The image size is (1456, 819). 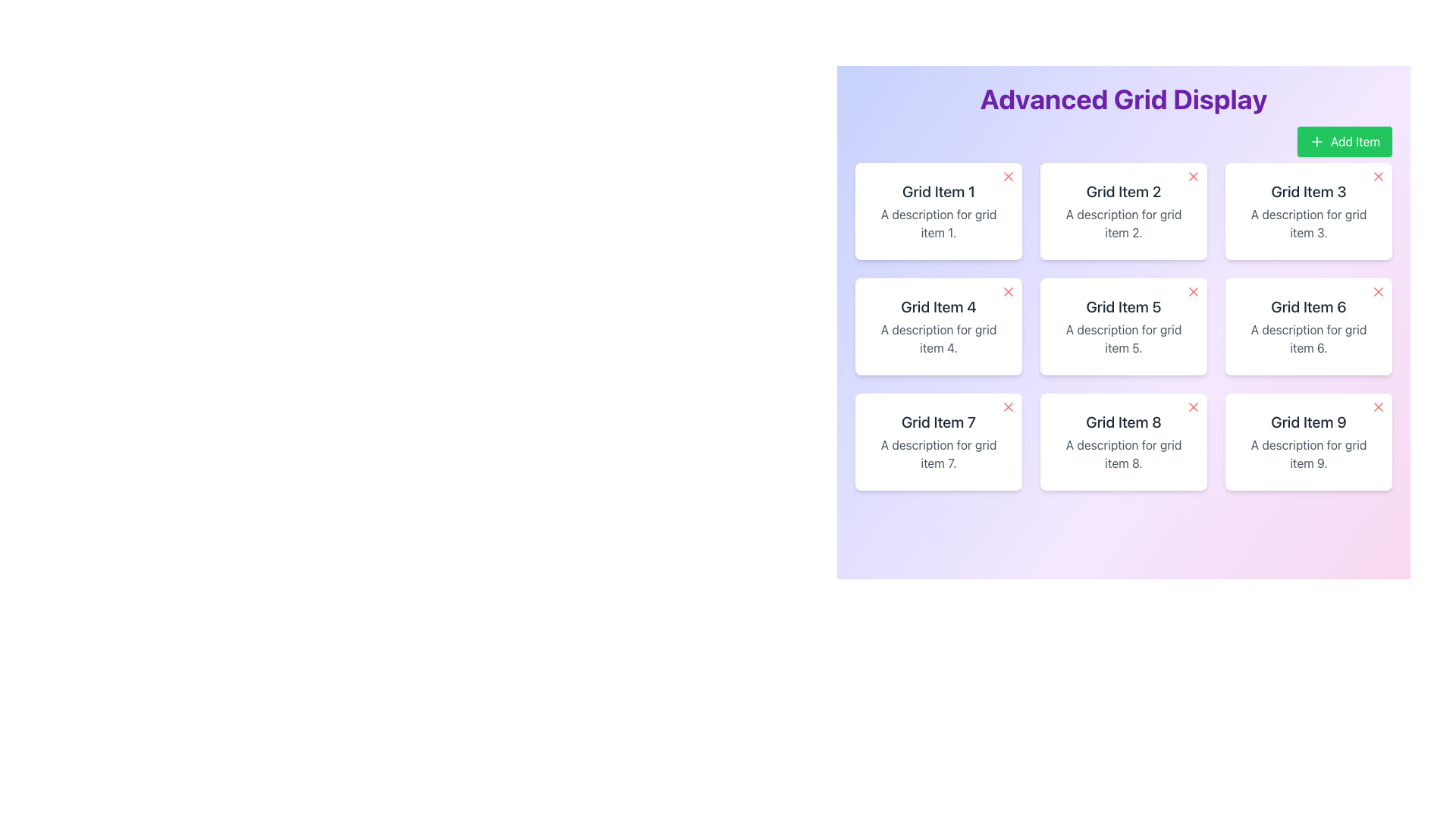 What do you see at coordinates (1124, 191) in the screenshot?
I see `the text label located at the top-center of the second card in the first row of the grid layout, which identifies the content associated with this card` at bounding box center [1124, 191].